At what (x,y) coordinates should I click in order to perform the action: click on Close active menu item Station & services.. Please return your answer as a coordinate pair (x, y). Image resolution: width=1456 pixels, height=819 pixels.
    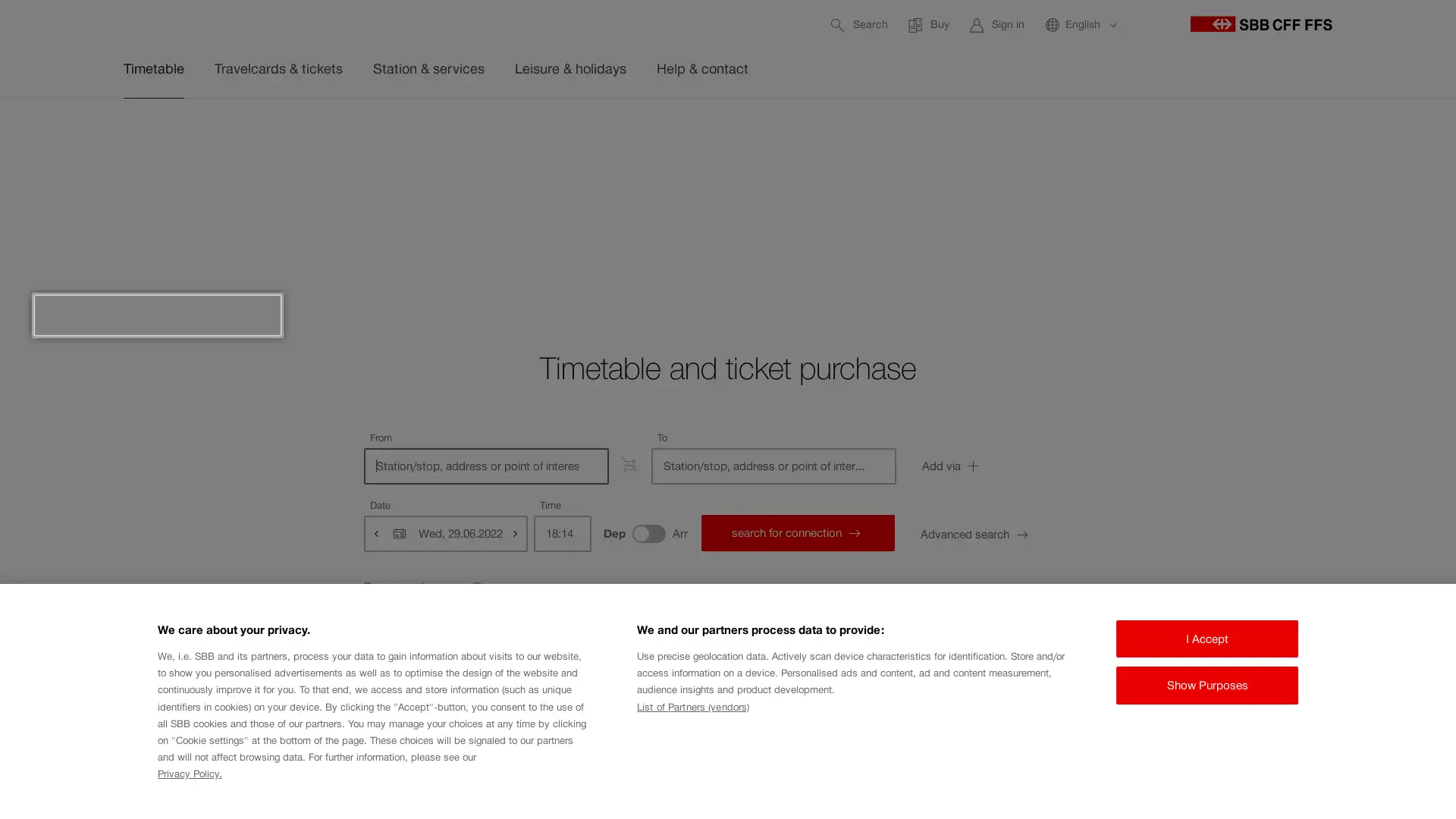
    Looking at the image, I should click on (1350, 133).